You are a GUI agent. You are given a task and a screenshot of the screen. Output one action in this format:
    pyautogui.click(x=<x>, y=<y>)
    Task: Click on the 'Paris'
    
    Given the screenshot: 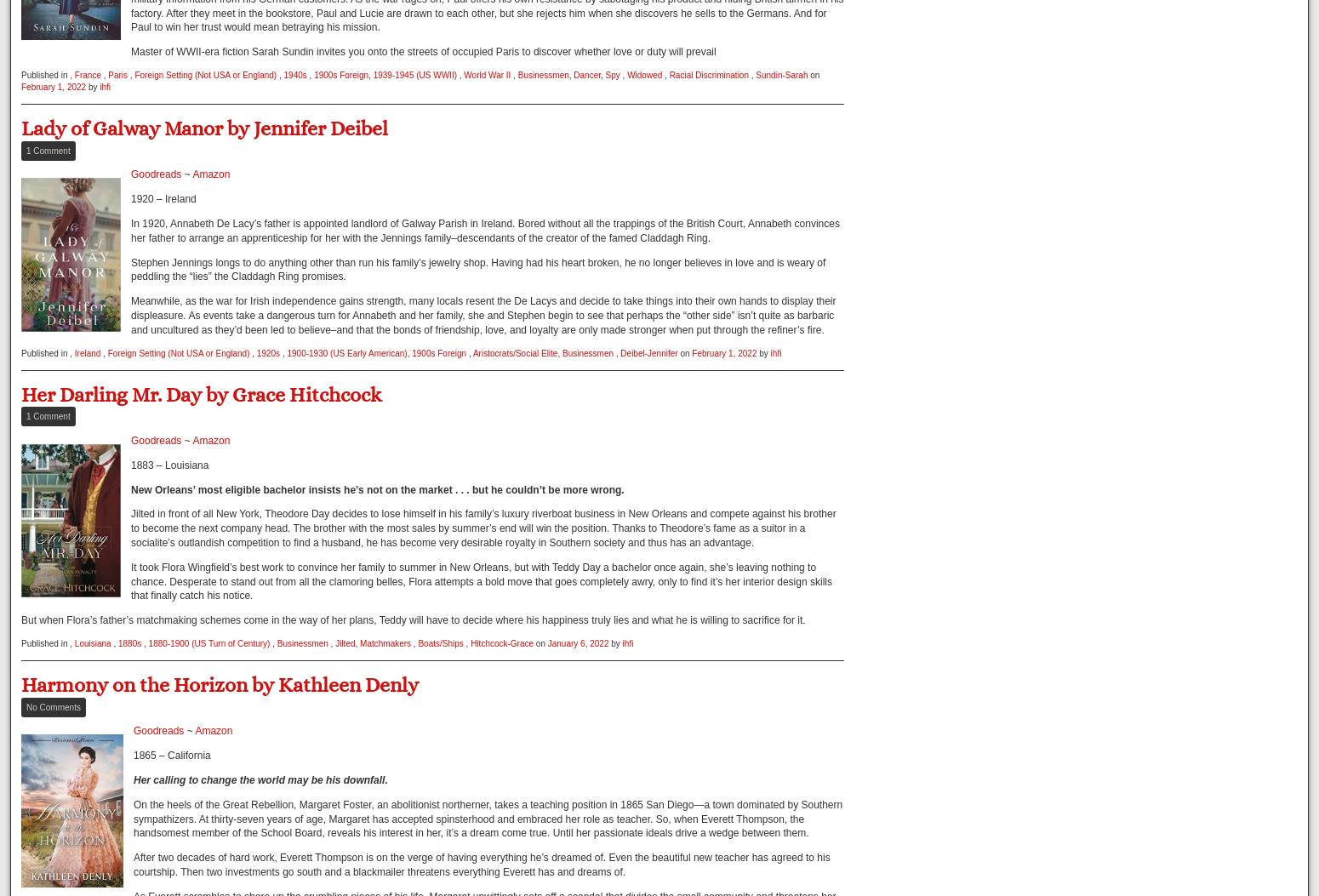 What is the action you would take?
    pyautogui.click(x=117, y=74)
    